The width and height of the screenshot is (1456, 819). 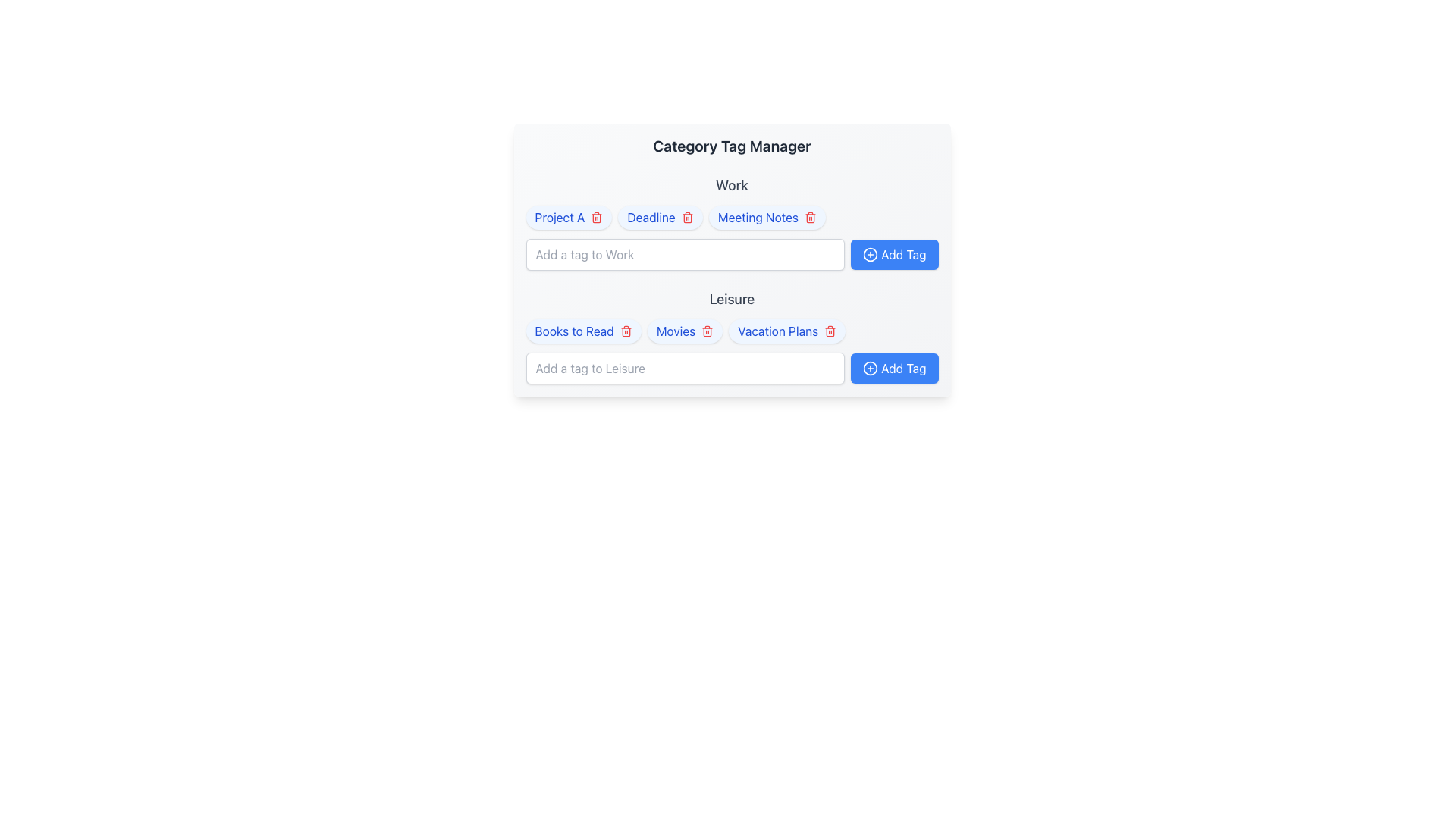 What do you see at coordinates (871, 253) in the screenshot?
I see `the icon representing the action of adding a tag, which is located to the left of the text on the 'Add Tag' button in the 'Work' category section` at bounding box center [871, 253].